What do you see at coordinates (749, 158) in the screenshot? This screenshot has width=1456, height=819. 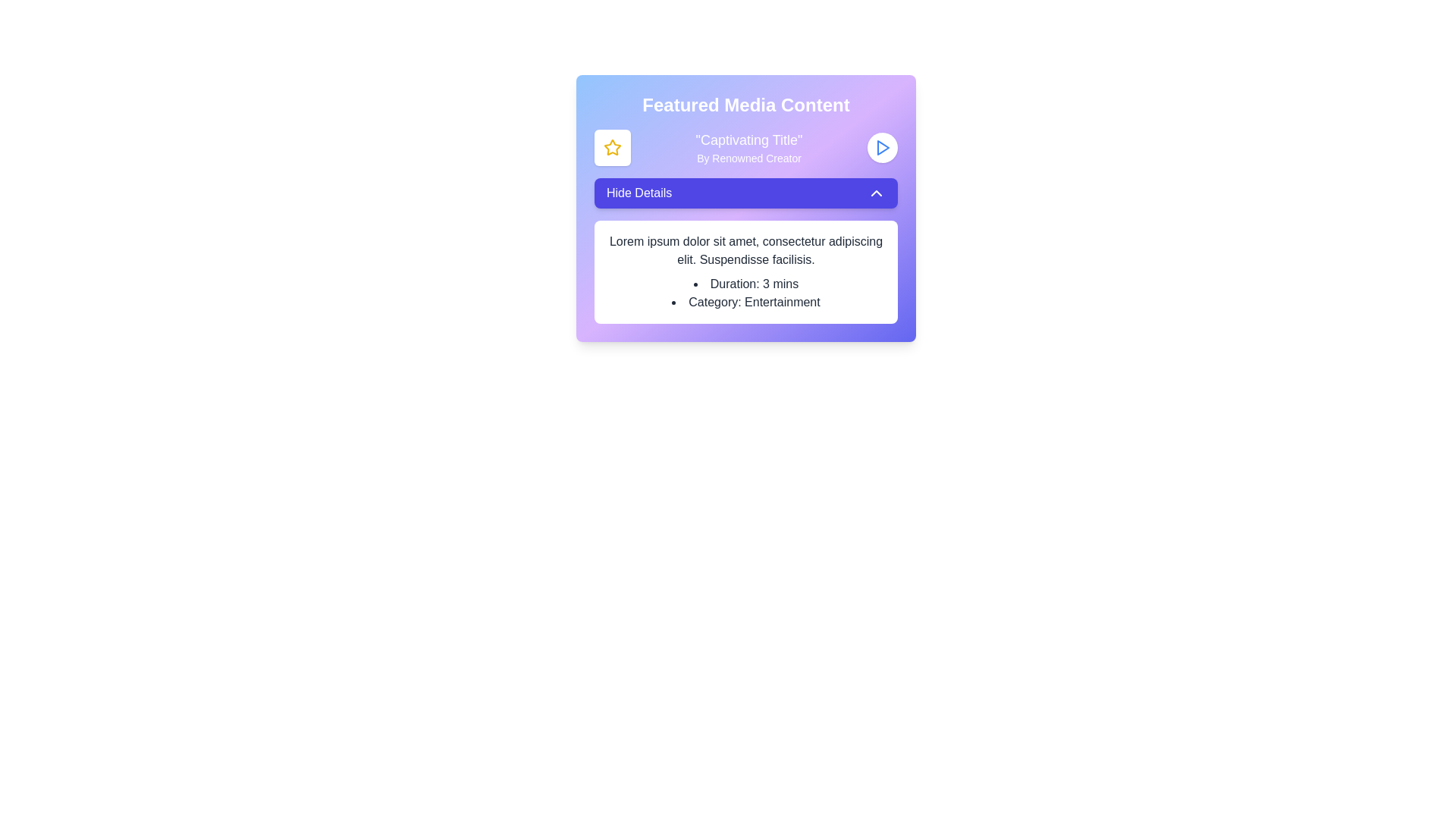 I see `the text label displaying 'By Renowned Creator' which is located below the text 'Captivating Title' in a gradient purple background` at bounding box center [749, 158].